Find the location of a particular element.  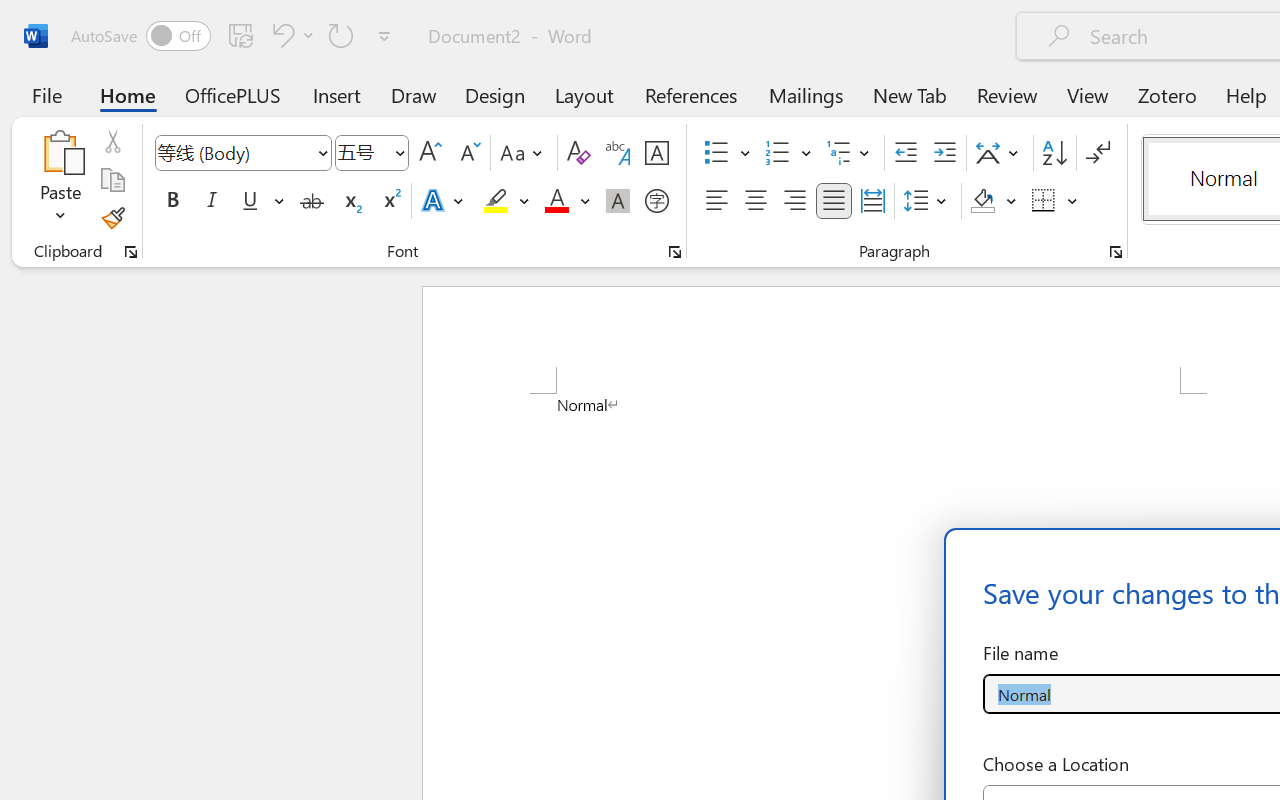

'Save' is located at coordinates (240, 34).